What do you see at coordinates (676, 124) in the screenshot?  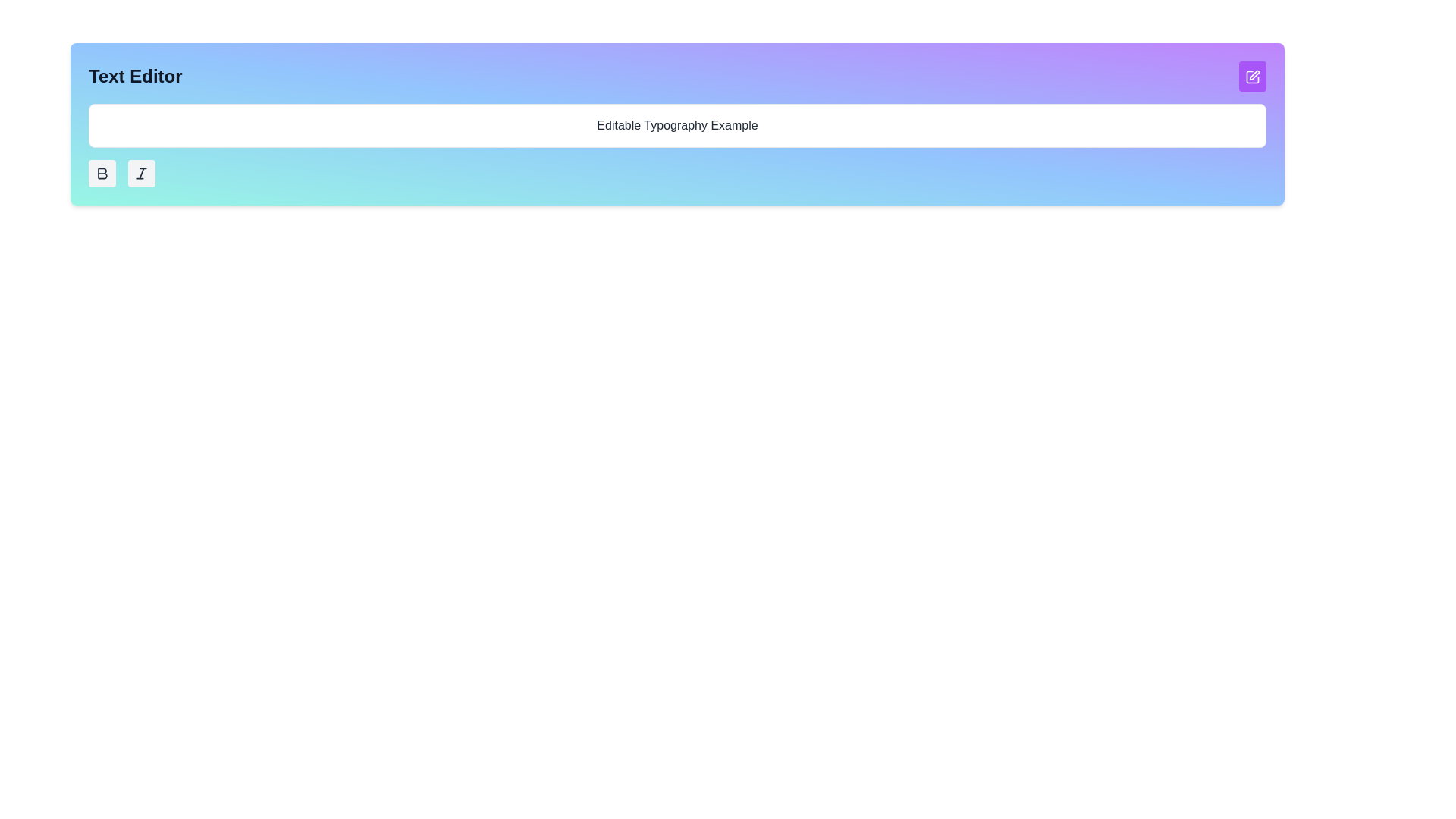 I see `the editable text field labeled 'Editable Typography Example' that is positioned below the 'Text Editor' title and above the text styling icons` at bounding box center [676, 124].